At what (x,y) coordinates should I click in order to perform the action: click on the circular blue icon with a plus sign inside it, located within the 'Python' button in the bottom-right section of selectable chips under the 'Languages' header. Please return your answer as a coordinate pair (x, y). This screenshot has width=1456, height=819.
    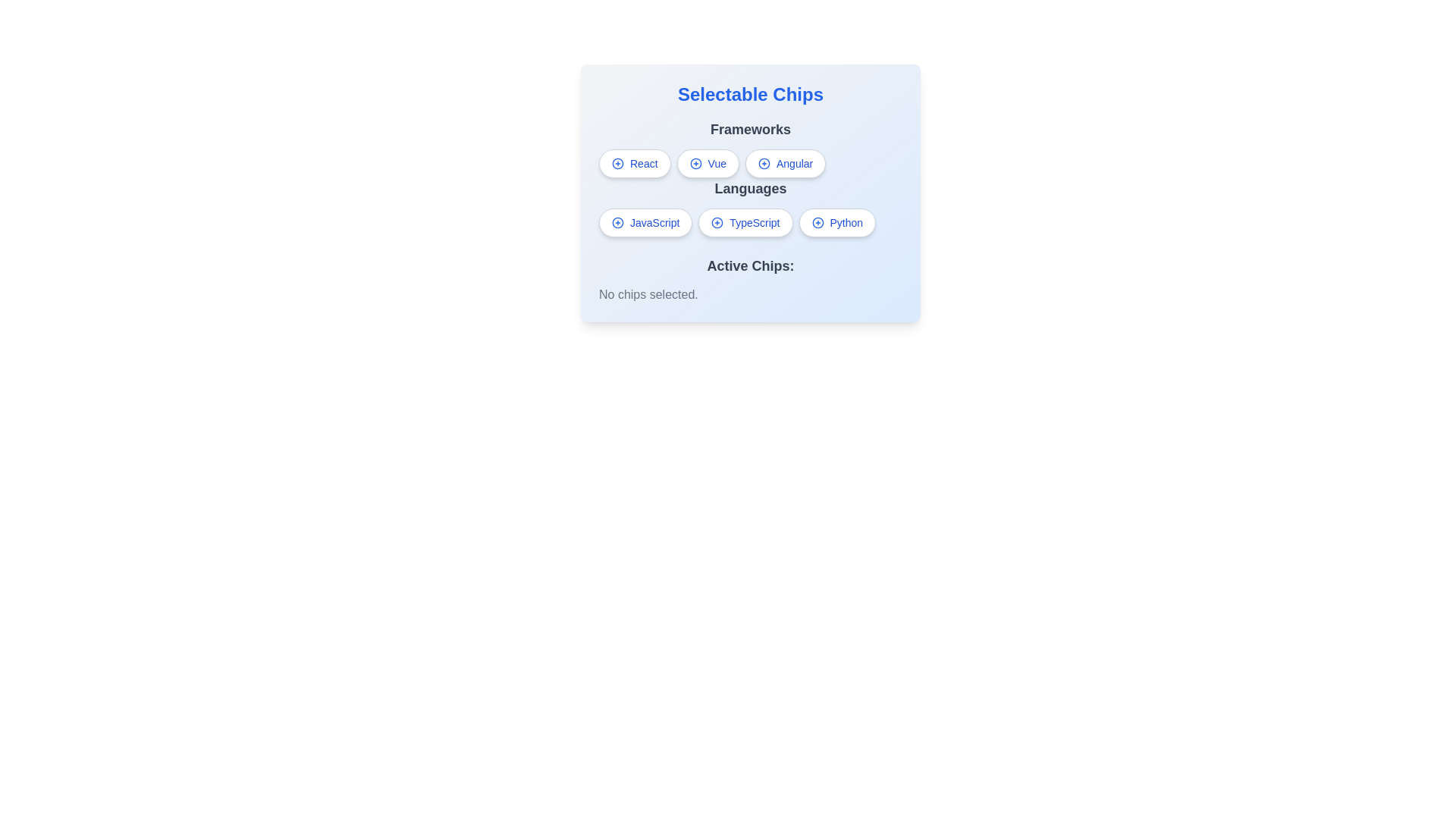
    Looking at the image, I should click on (817, 222).